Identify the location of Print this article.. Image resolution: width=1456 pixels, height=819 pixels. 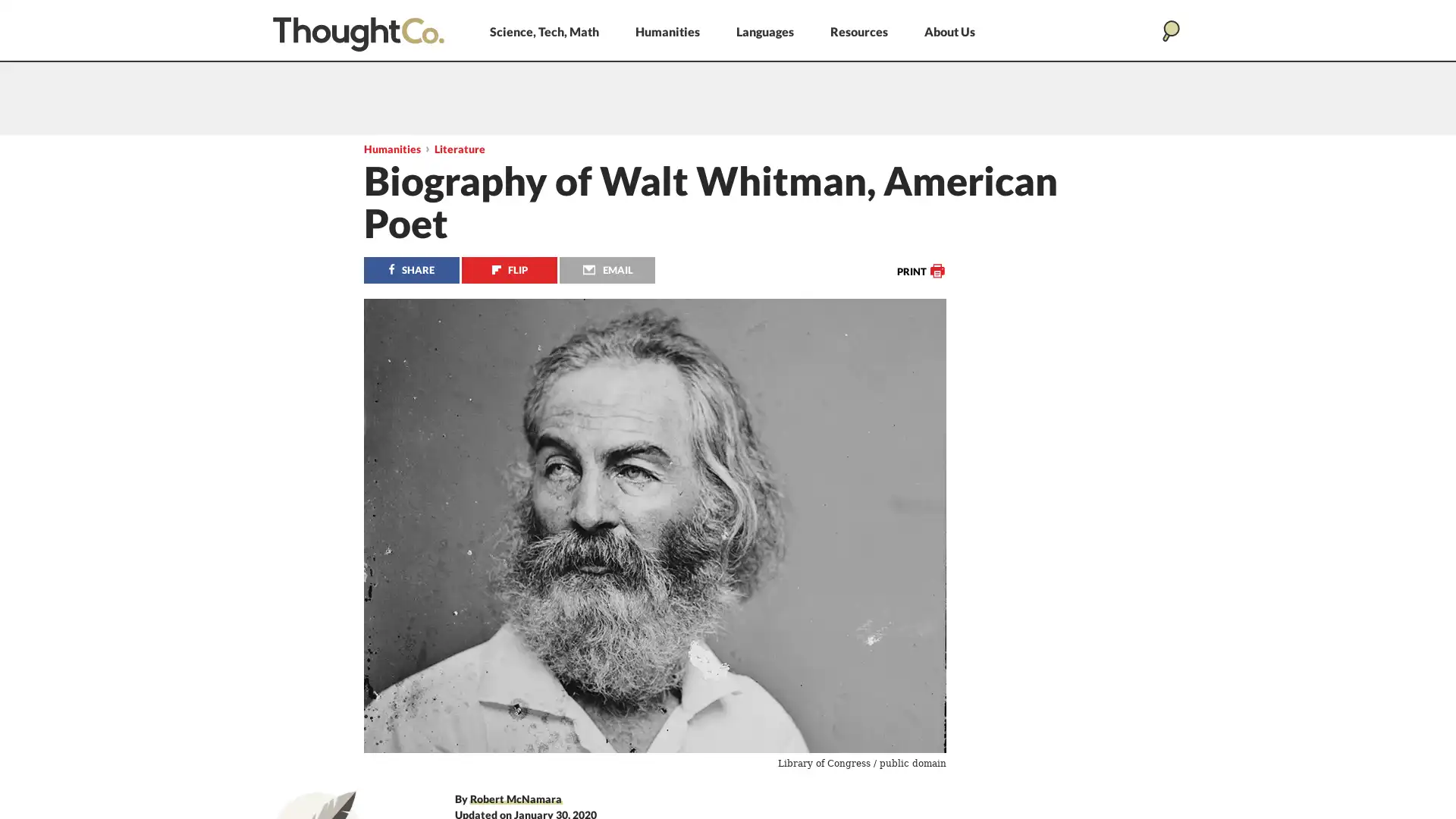
(921, 268).